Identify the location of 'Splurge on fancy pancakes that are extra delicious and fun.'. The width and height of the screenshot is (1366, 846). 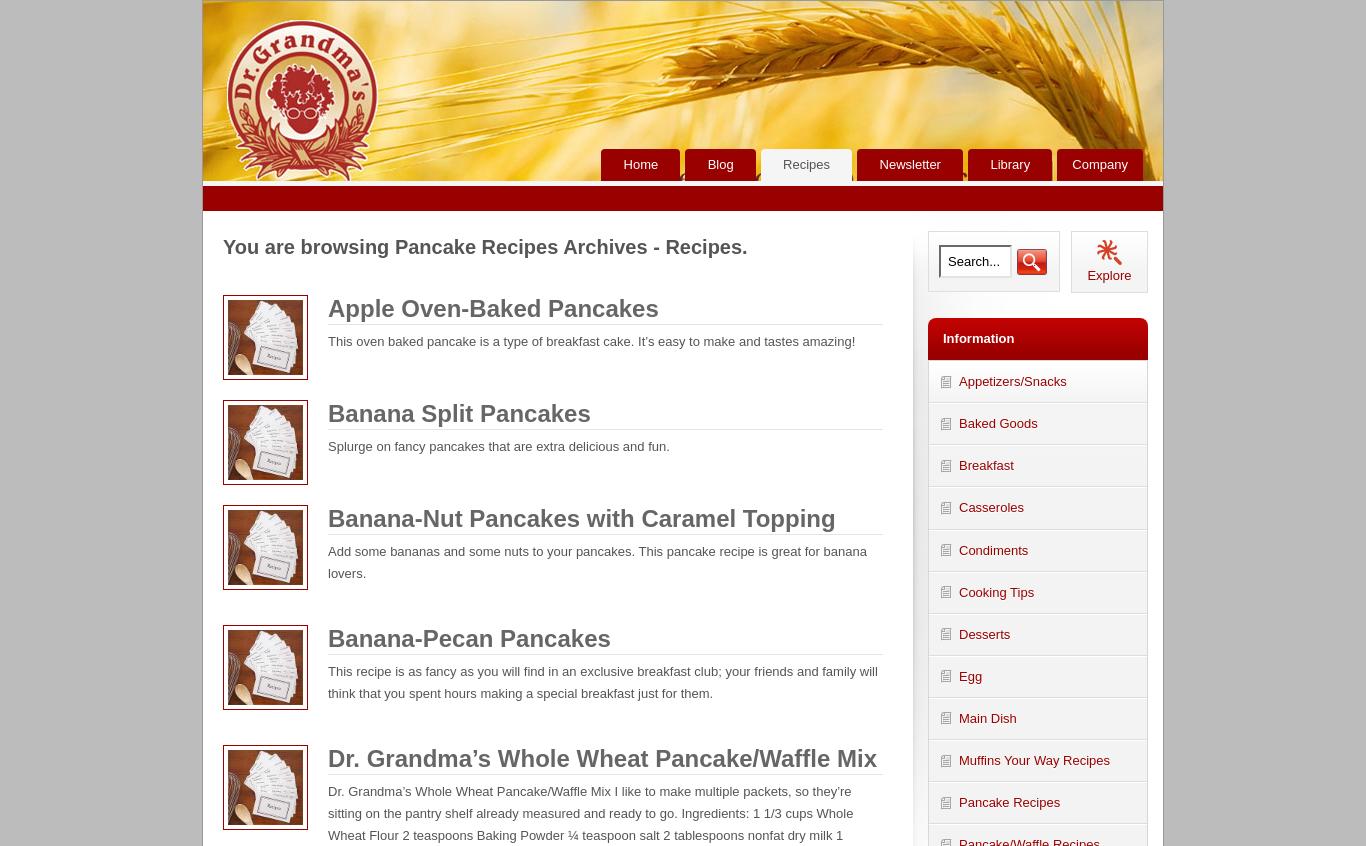
(498, 444).